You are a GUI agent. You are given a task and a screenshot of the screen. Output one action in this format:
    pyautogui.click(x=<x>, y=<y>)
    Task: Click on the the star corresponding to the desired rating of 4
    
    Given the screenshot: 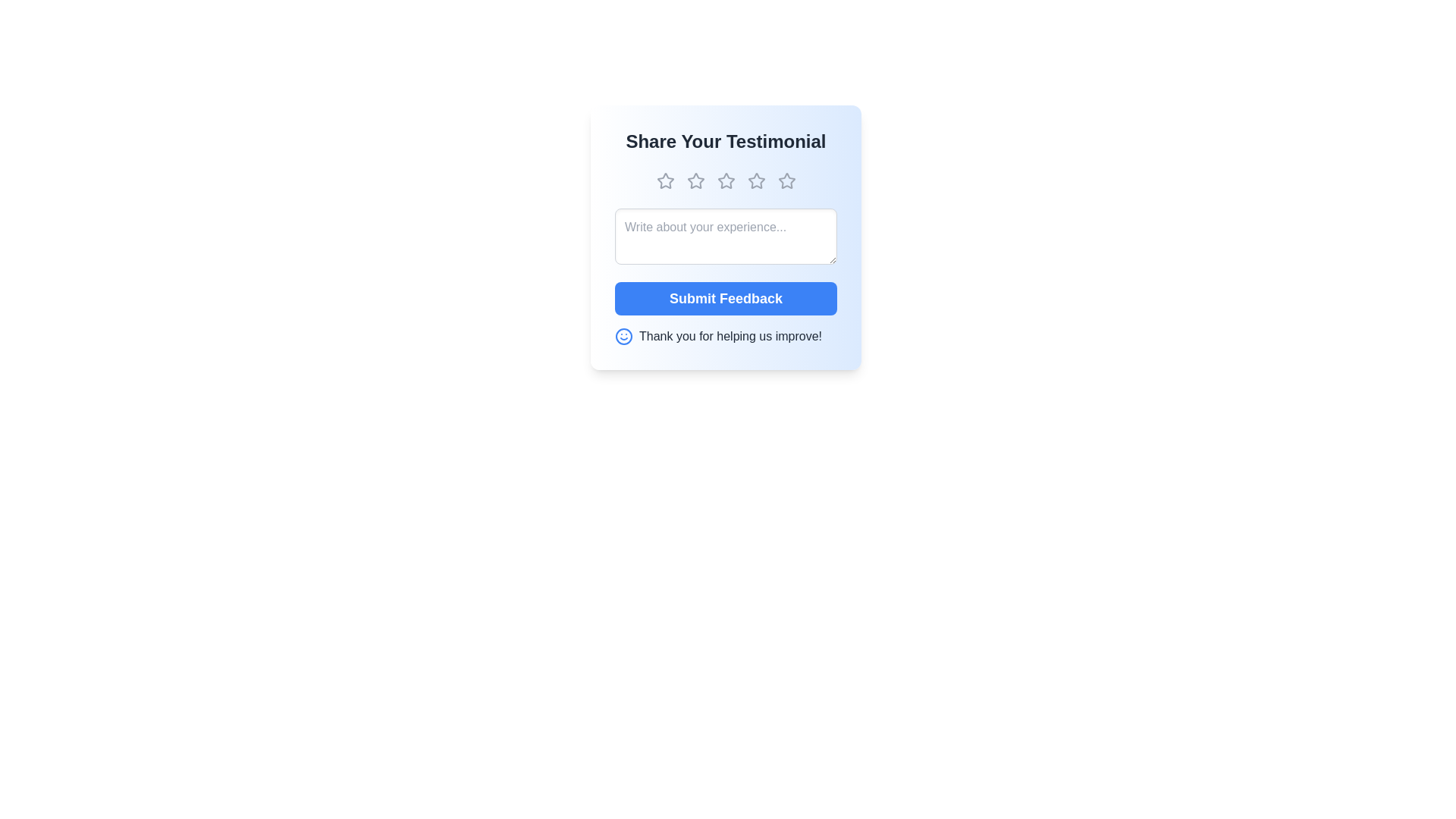 What is the action you would take?
    pyautogui.click(x=756, y=180)
    